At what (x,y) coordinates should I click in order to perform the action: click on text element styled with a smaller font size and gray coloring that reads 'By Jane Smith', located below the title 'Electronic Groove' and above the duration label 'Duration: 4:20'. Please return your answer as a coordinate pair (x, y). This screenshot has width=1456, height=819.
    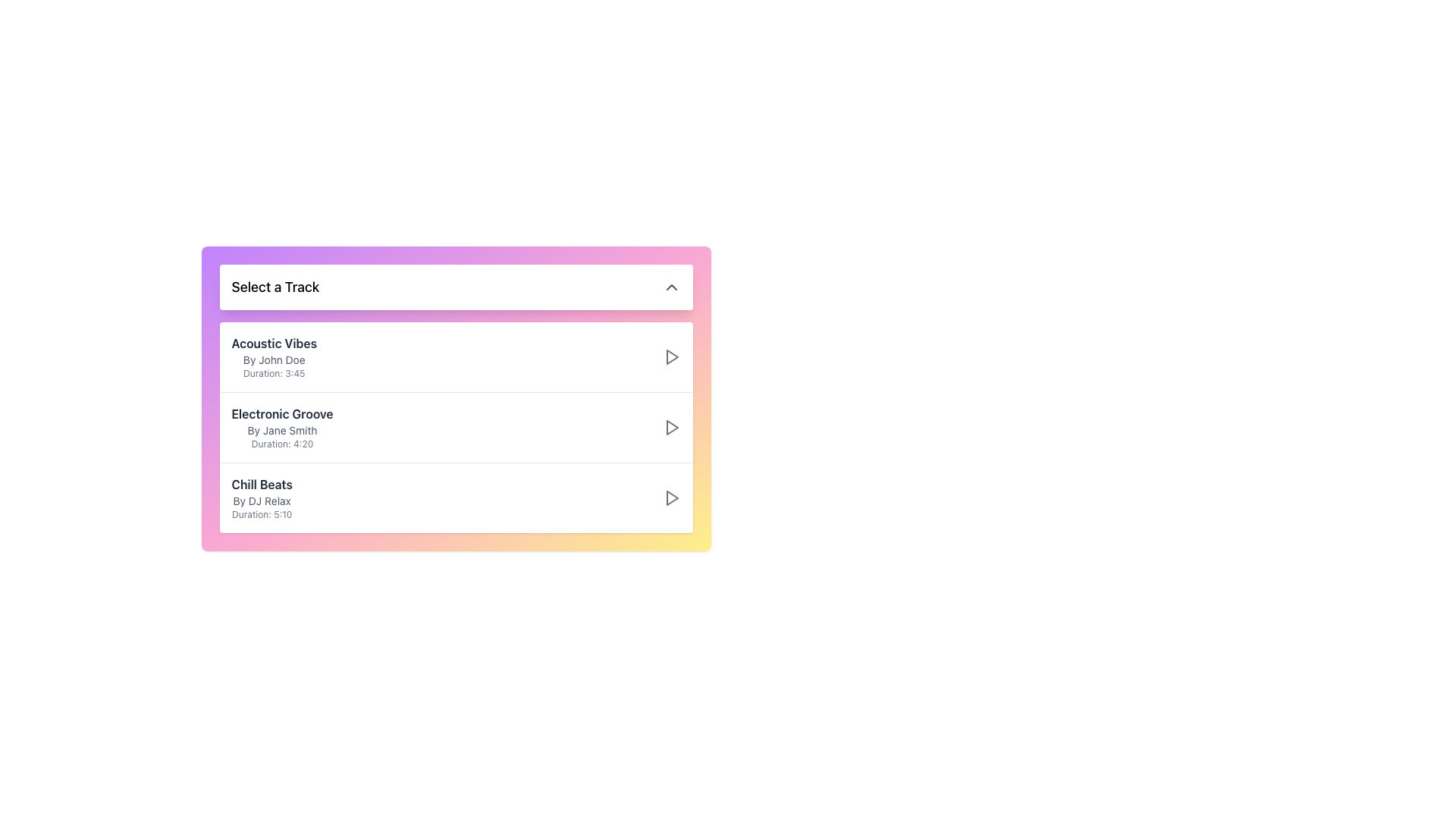
    Looking at the image, I should click on (282, 430).